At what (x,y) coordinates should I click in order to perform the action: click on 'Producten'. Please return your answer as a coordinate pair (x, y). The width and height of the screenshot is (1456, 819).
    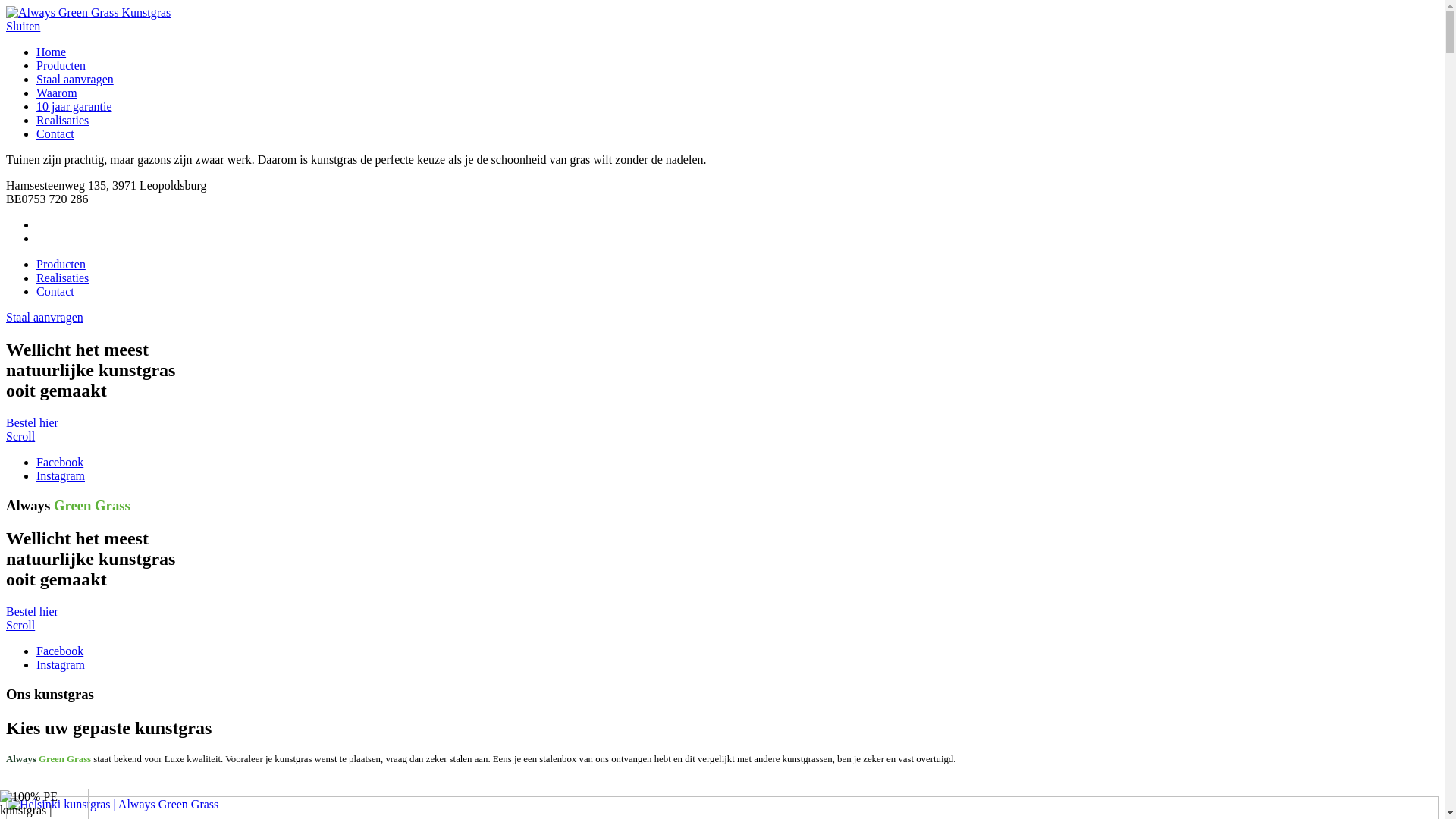
    Looking at the image, I should click on (61, 64).